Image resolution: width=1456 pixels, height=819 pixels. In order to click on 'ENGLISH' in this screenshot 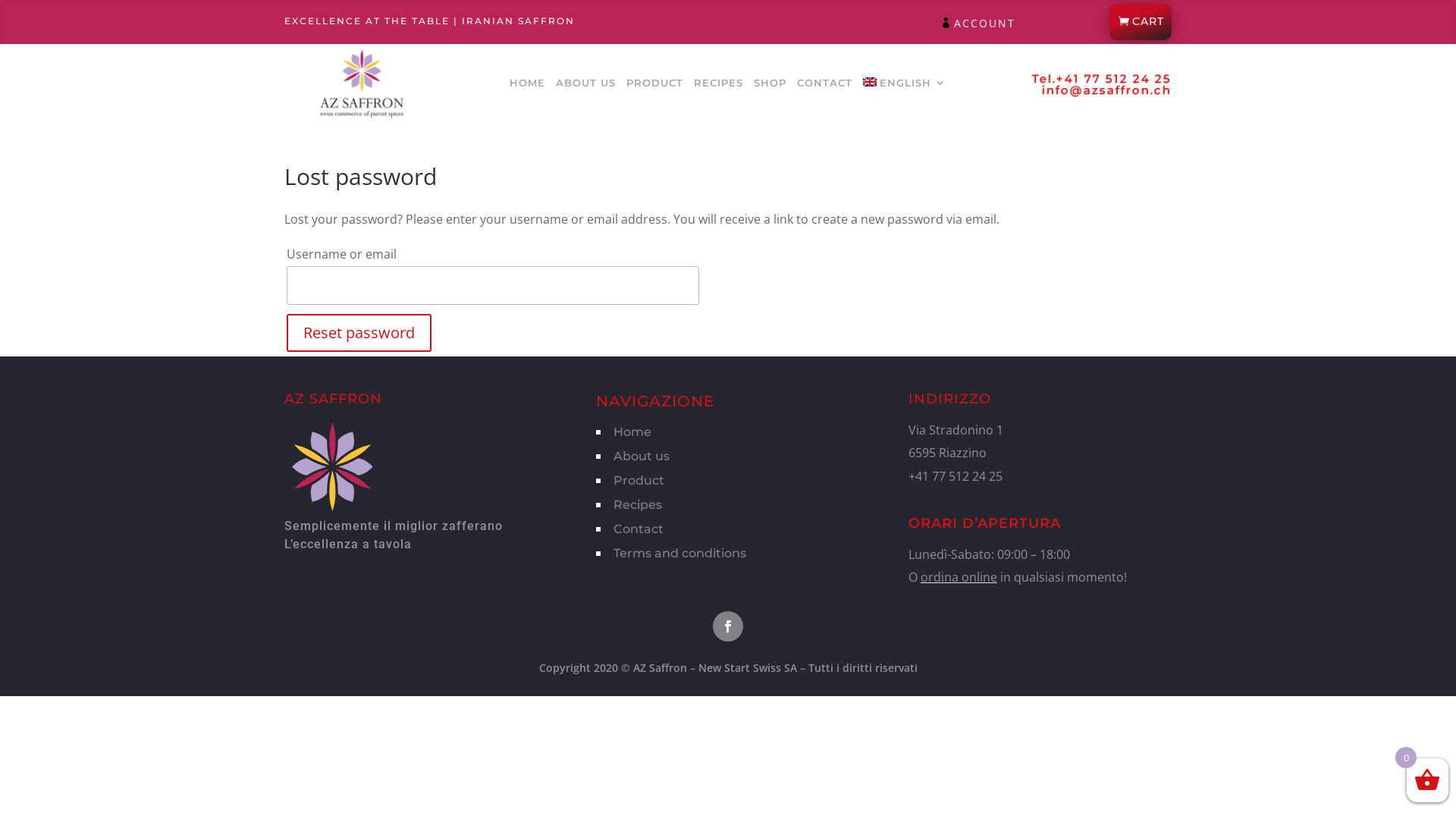, I will do `click(905, 85)`.